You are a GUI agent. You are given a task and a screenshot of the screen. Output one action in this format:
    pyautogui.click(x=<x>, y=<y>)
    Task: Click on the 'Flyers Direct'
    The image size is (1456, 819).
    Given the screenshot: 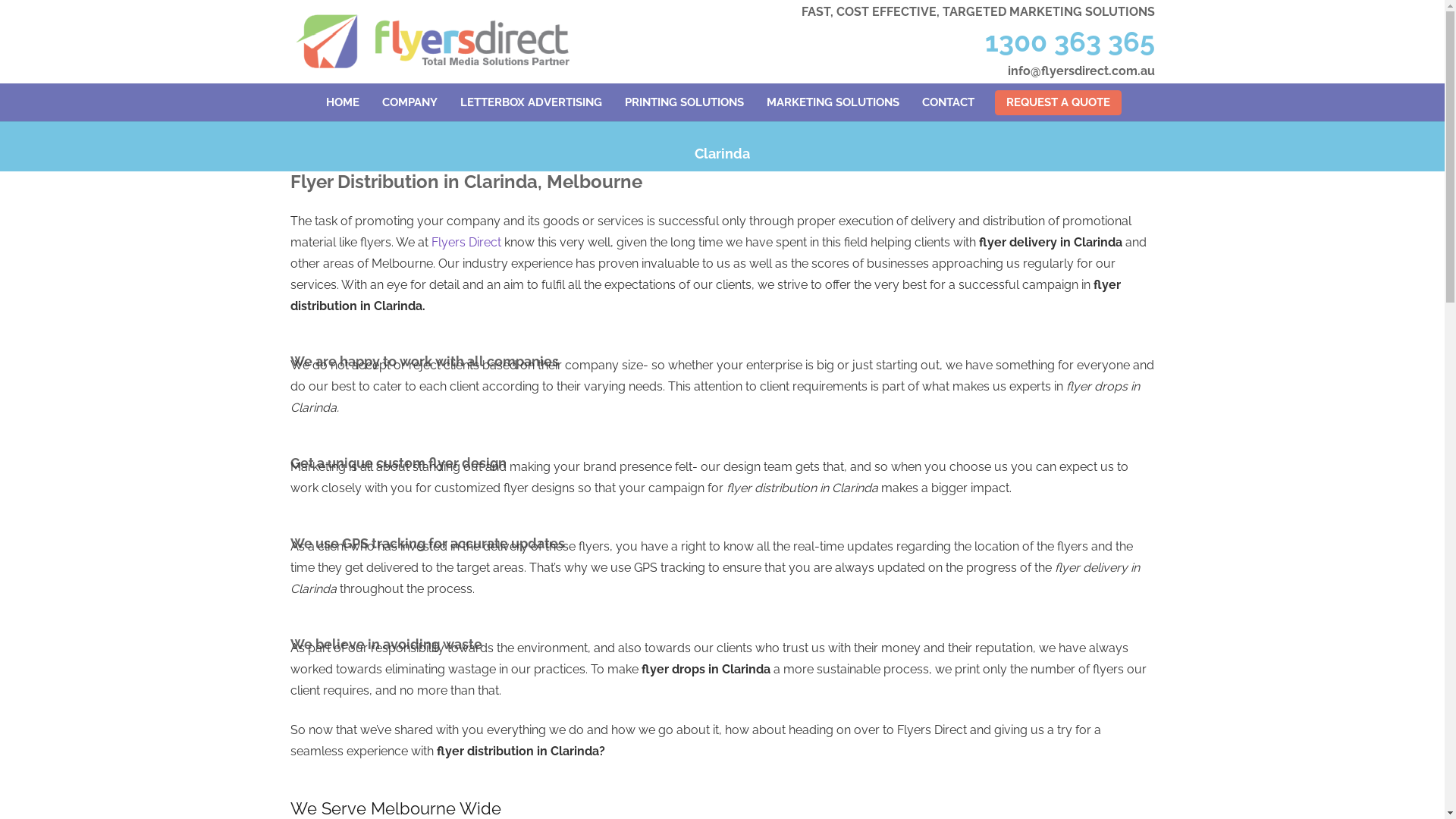 What is the action you would take?
    pyautogui.click(x=429, y=241)
    